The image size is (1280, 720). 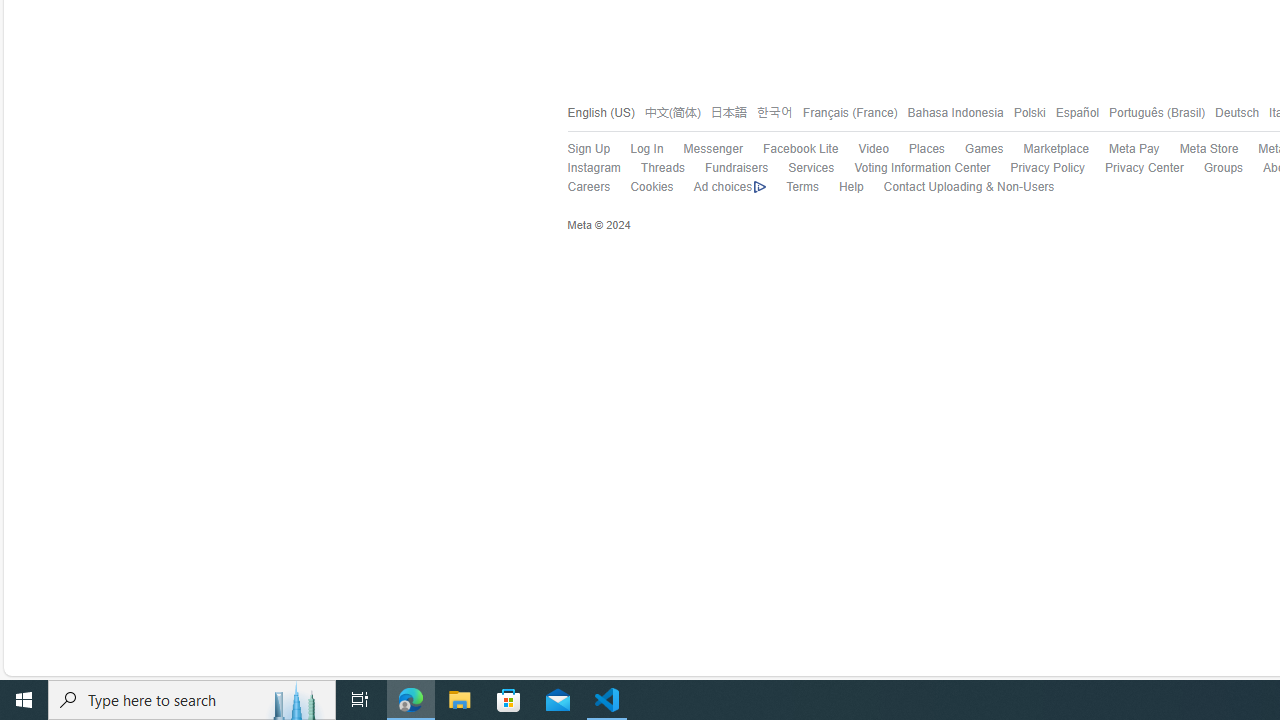 What do you see at coordinates (791, 187) in the screenshot?
I see `'Terms'` at bounding box center [791, 187].